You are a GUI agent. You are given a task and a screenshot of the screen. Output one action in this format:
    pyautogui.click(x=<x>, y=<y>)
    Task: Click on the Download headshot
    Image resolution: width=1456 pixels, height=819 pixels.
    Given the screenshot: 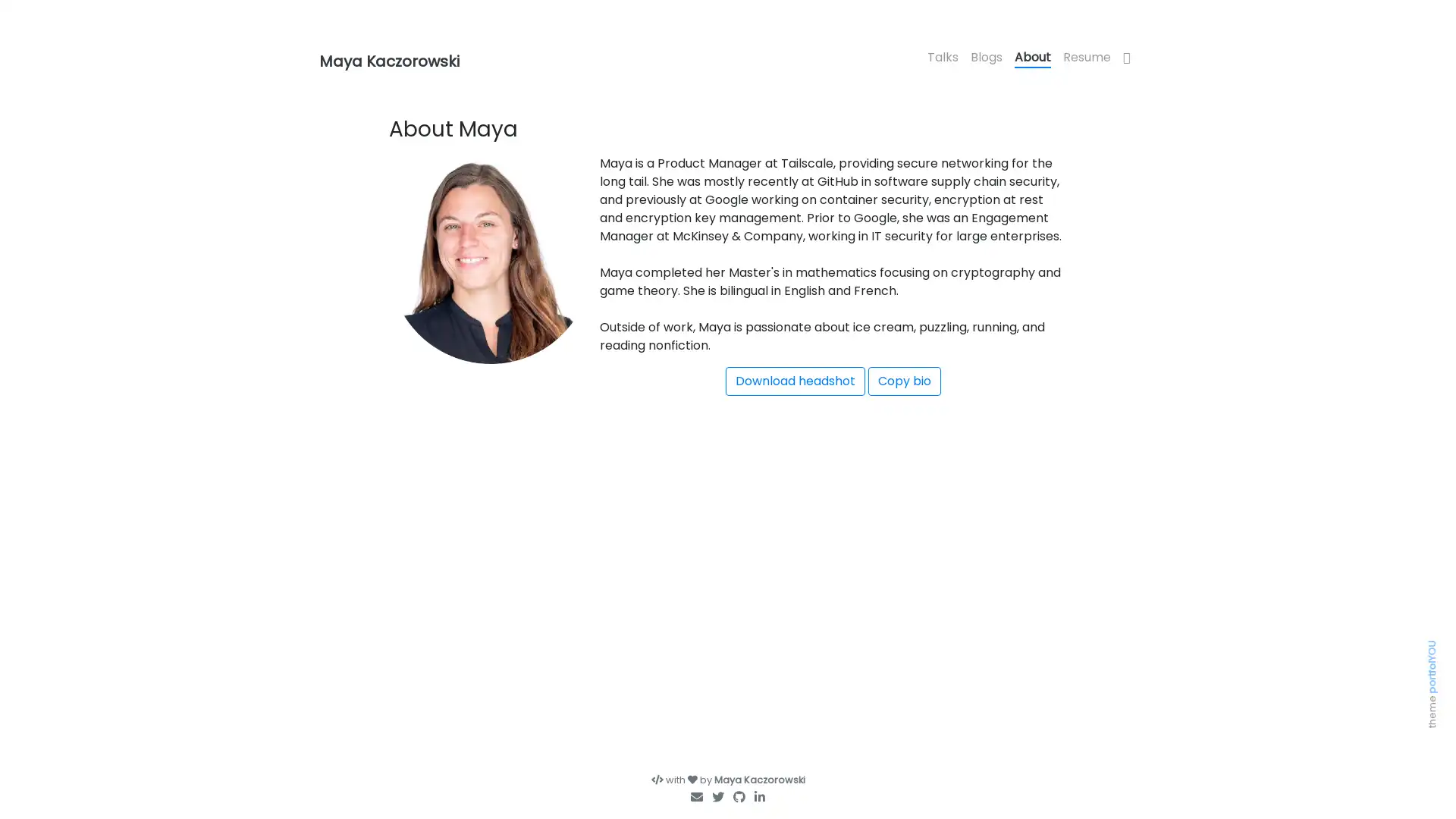 What is the action you would take?
    pyautogui.click(x=795, y=379)
    